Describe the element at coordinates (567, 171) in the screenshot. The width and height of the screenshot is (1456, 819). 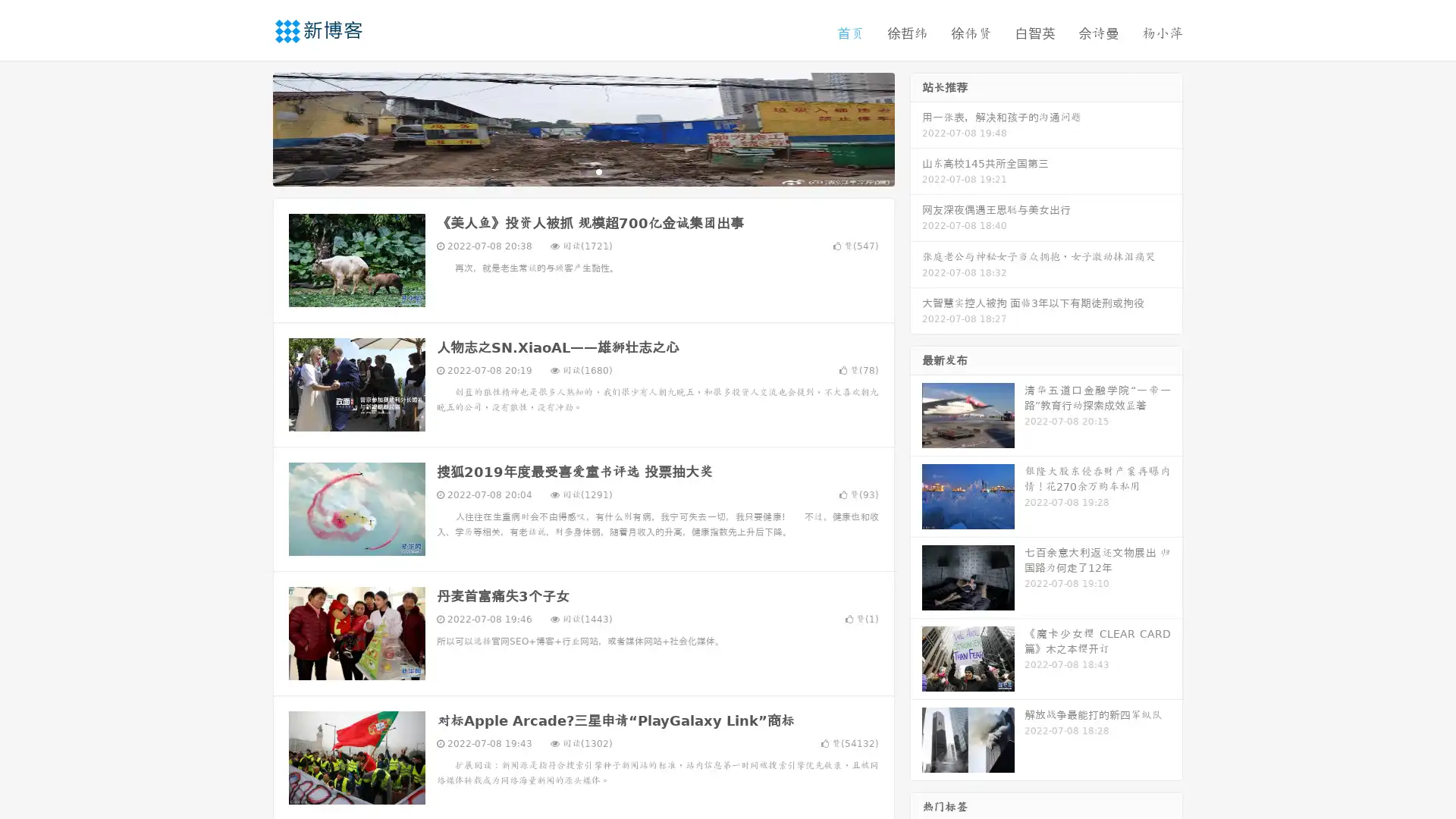
I see `Go to slide 1` at that location.